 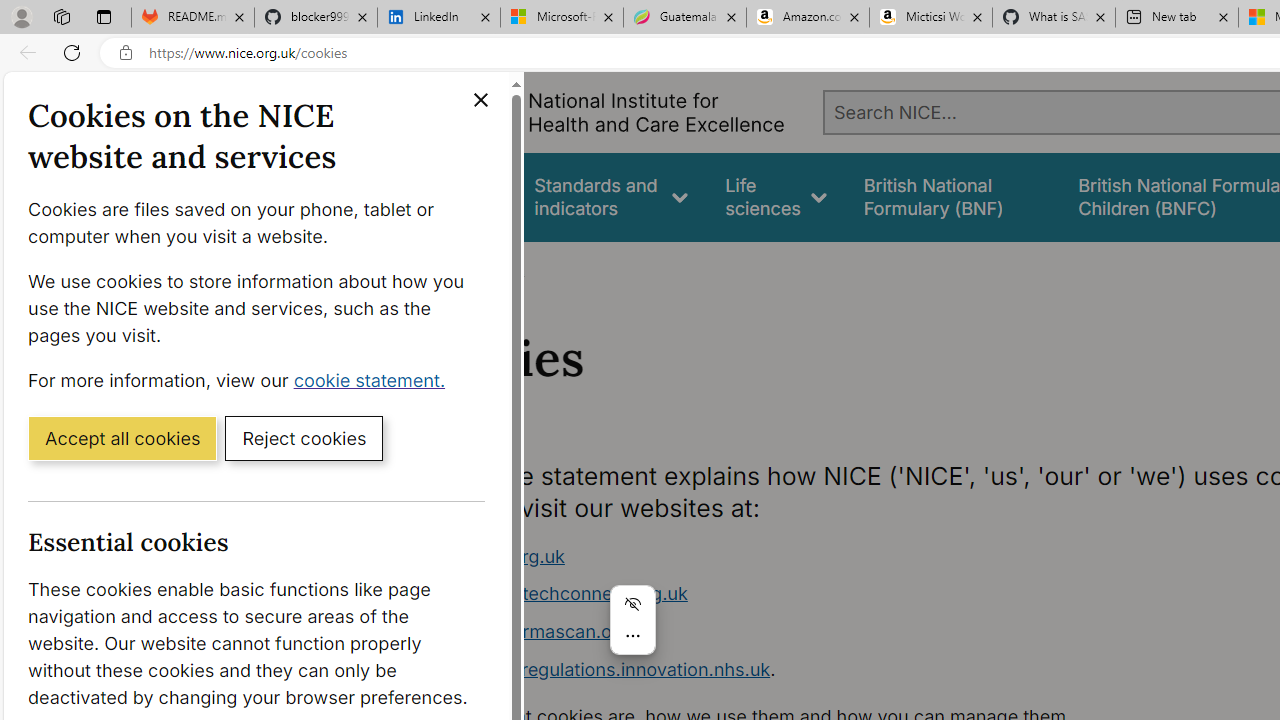 I want to click on 'Hide menu', so click(x=631, y=603).